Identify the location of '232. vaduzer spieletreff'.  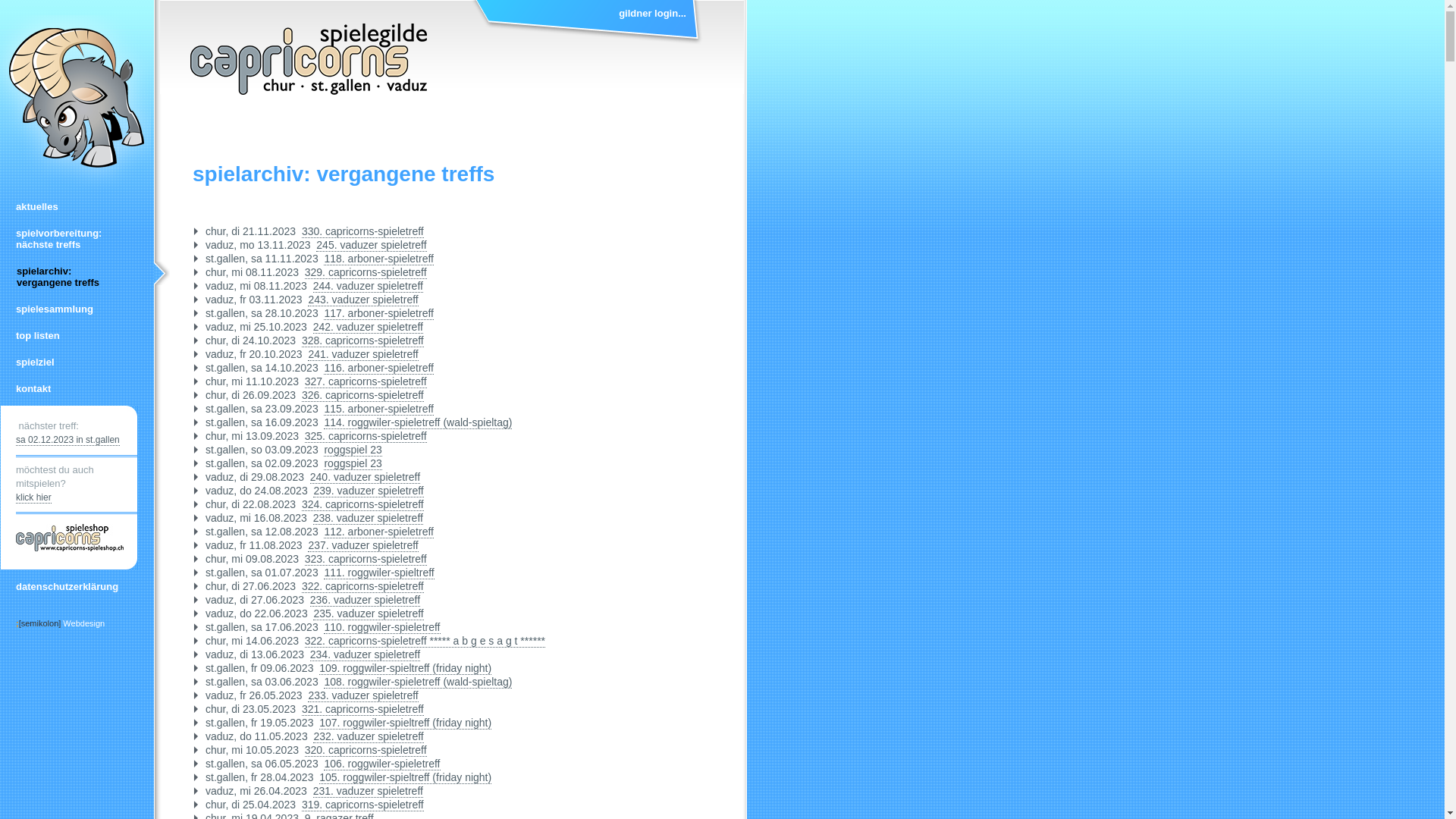
(368, 736).